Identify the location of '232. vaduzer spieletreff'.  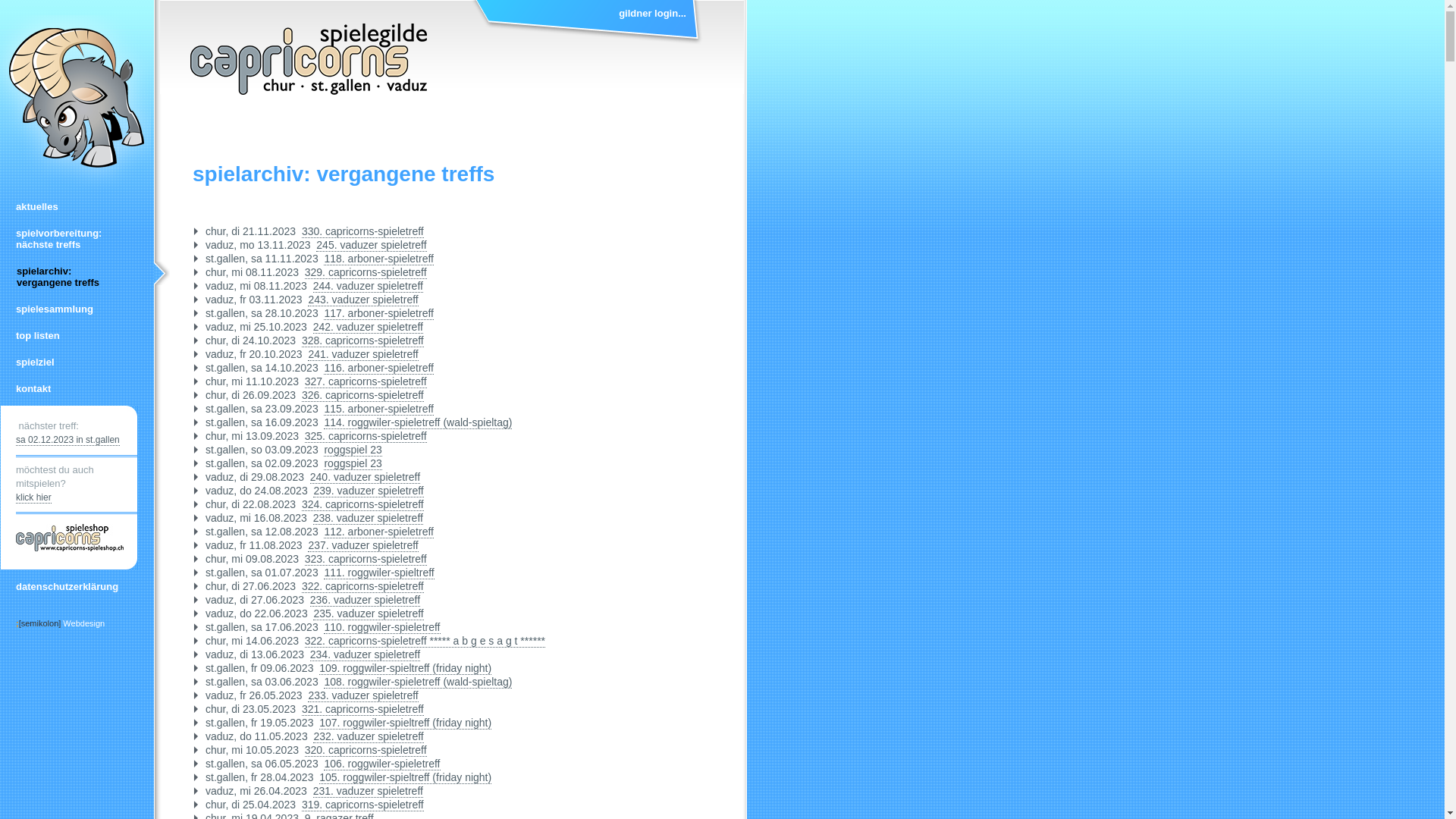
(368, 736).